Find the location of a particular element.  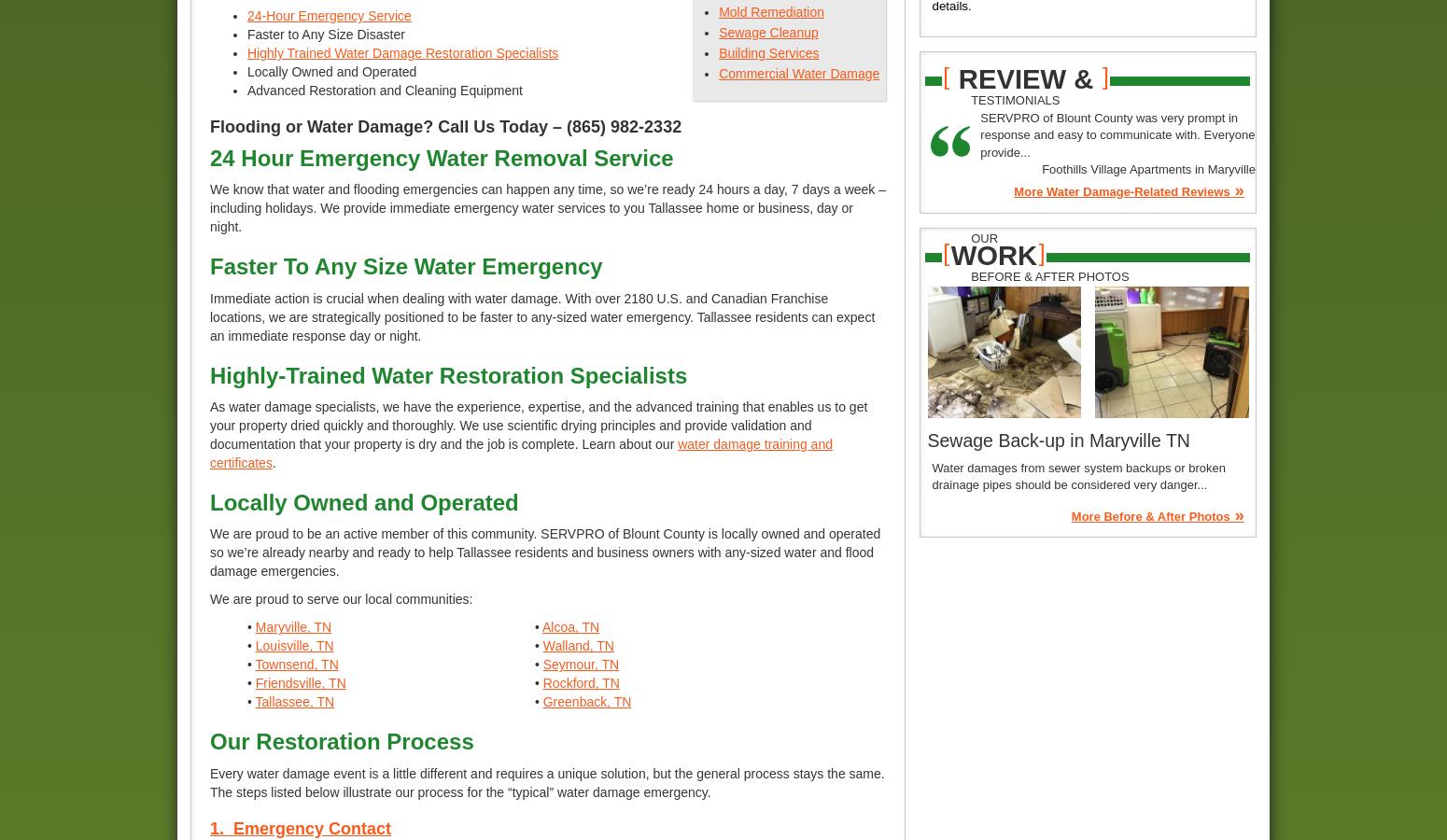

'Immediate action is crucial when dealing with water damage. With over' is located at coordinates (416, 296).